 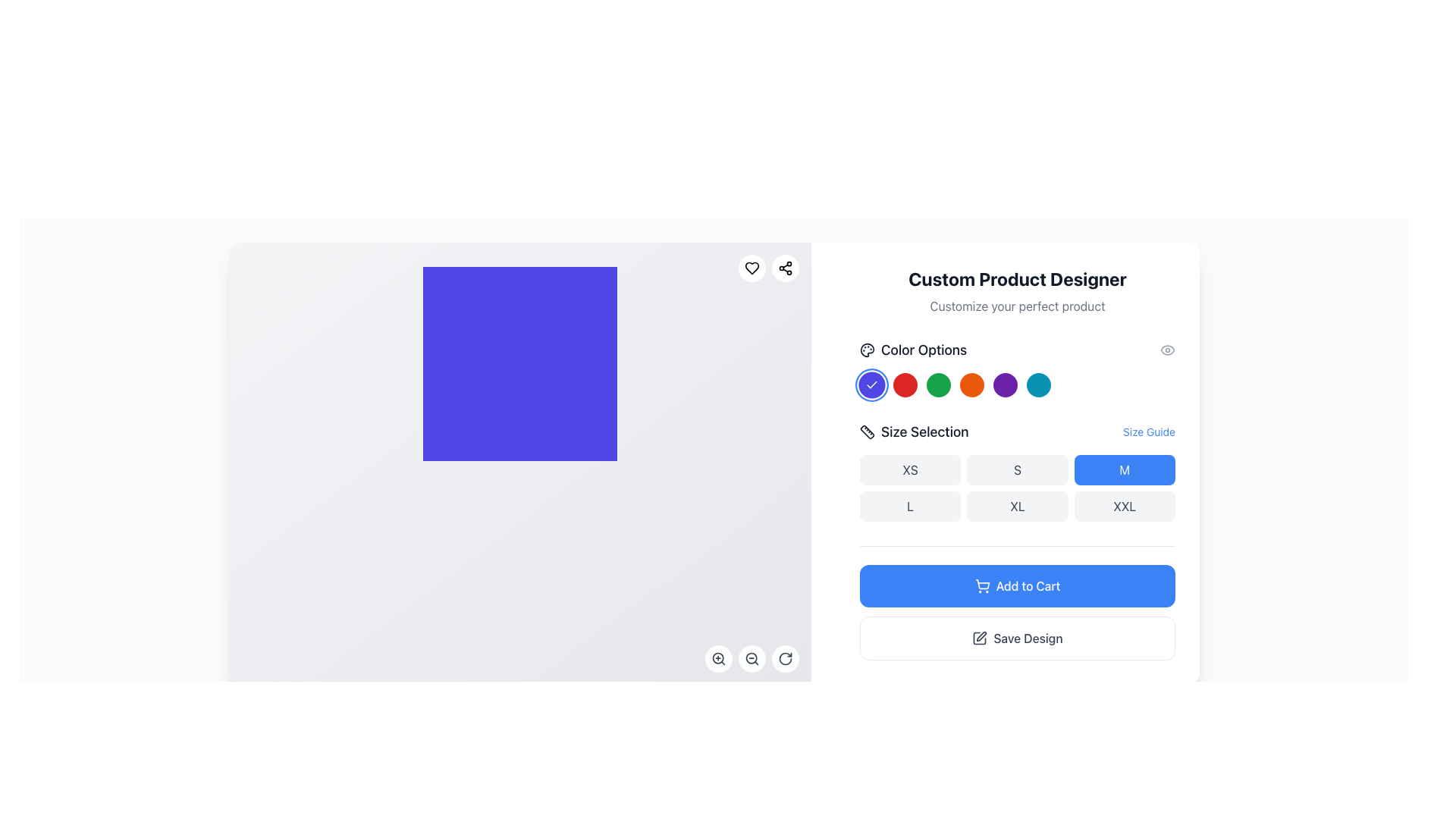 What do you see at coordinates (1125, 469) in the screenshot?
I see `the 'M' size selection button, which is a rounded rectangular button with a blue background and white text, located in the first row and third column of the 'Size Selection' section` at bounding box center [1125, 469].